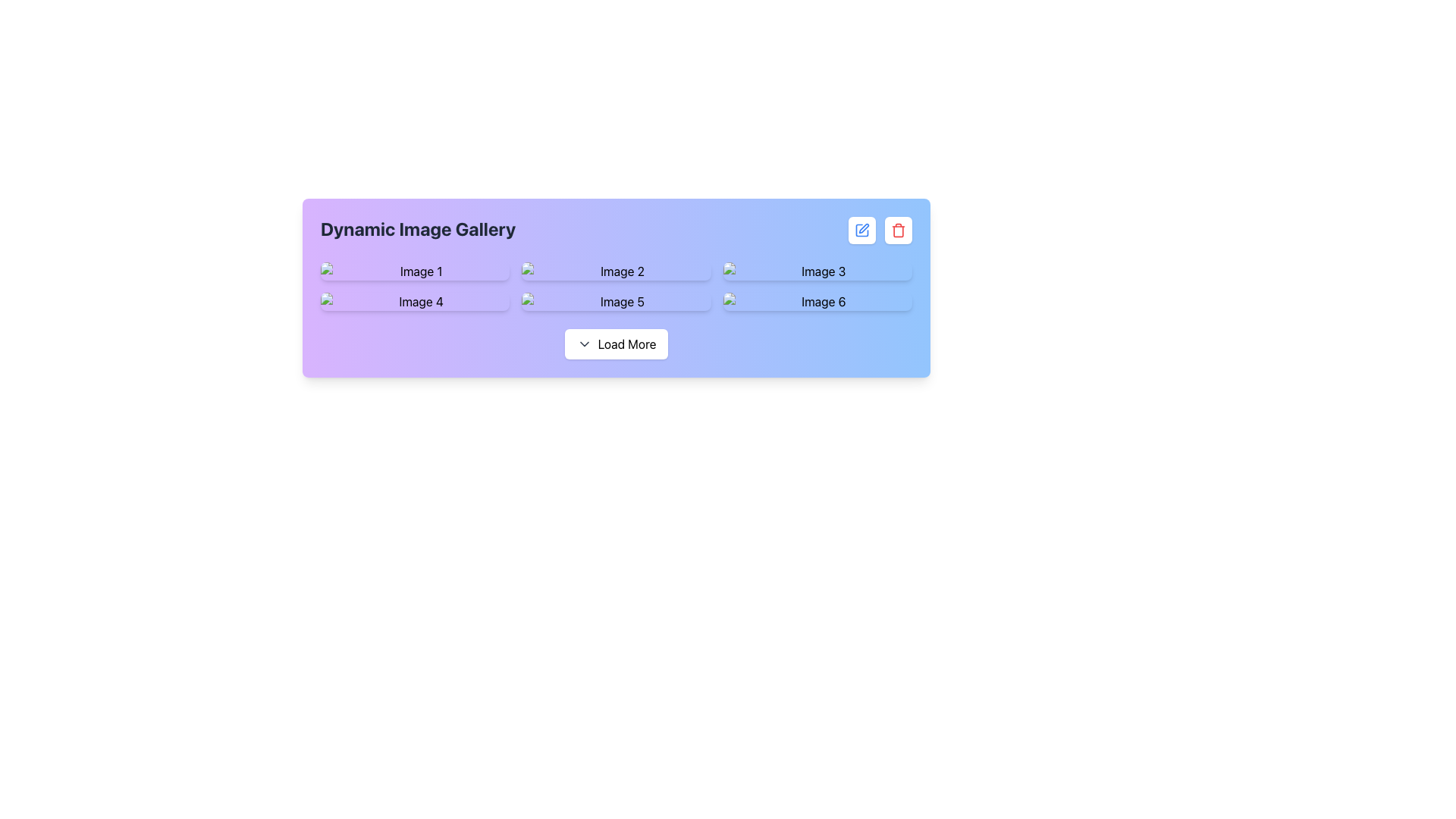 The height and width of the screenshot is (819, 1456). What do you see at coordinates (862, 231) in the screenshot?
I see `the edit button located in the top-right section of the card, identified by the pen icon` at bounding box center [862, 231].